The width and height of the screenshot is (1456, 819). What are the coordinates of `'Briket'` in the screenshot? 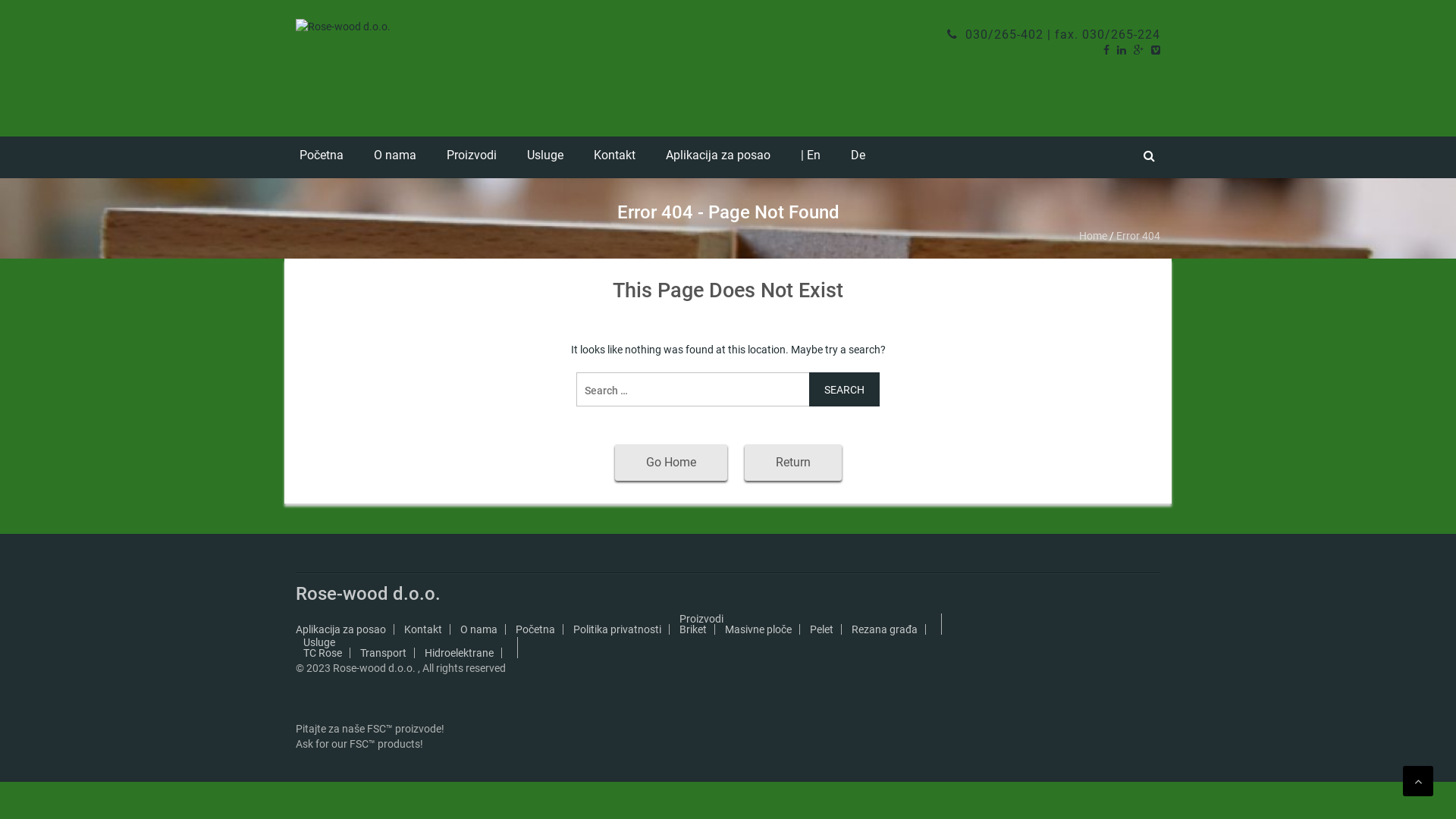 It's located at (692, 629).